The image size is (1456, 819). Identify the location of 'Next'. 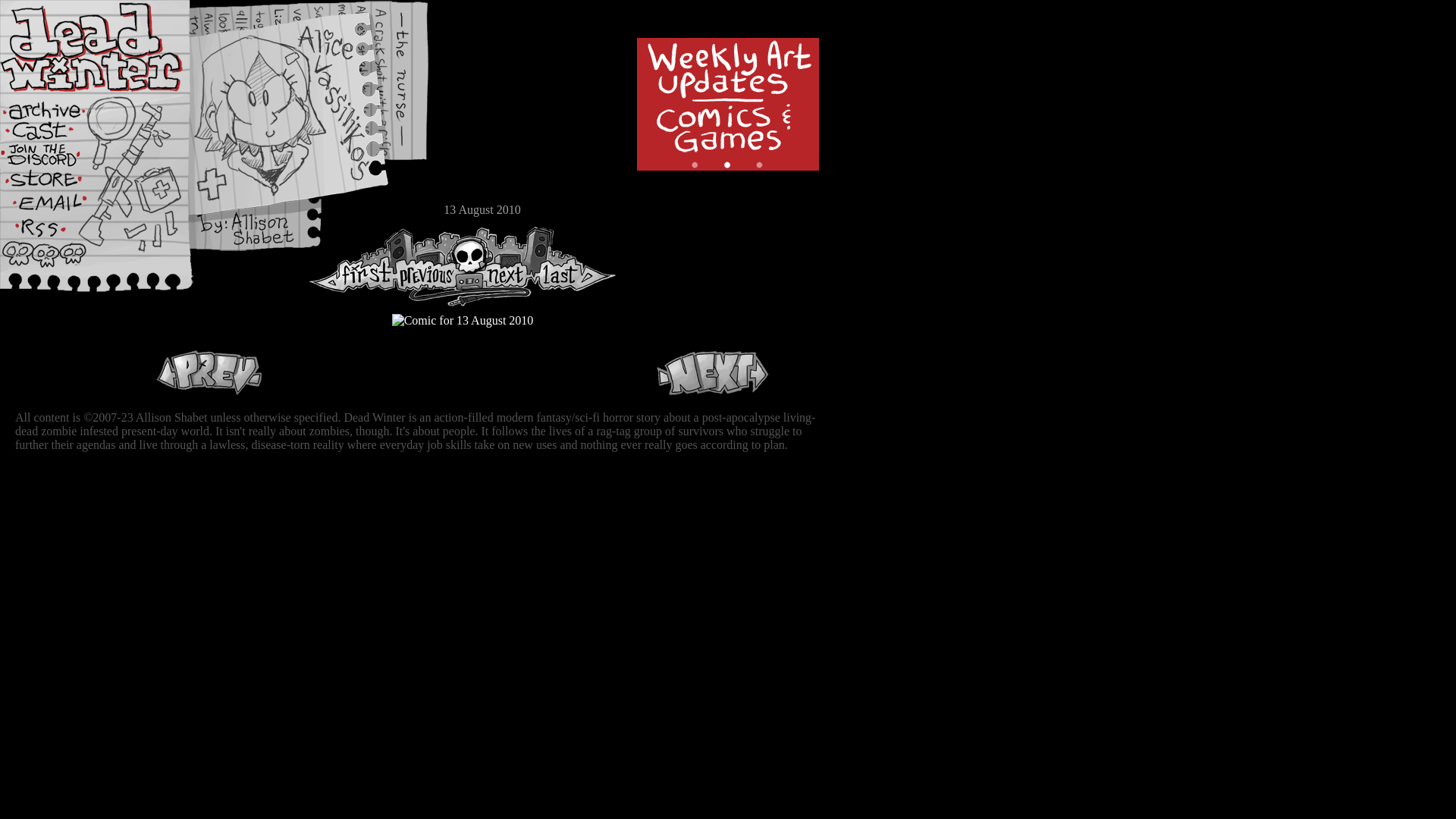
(712, 373).